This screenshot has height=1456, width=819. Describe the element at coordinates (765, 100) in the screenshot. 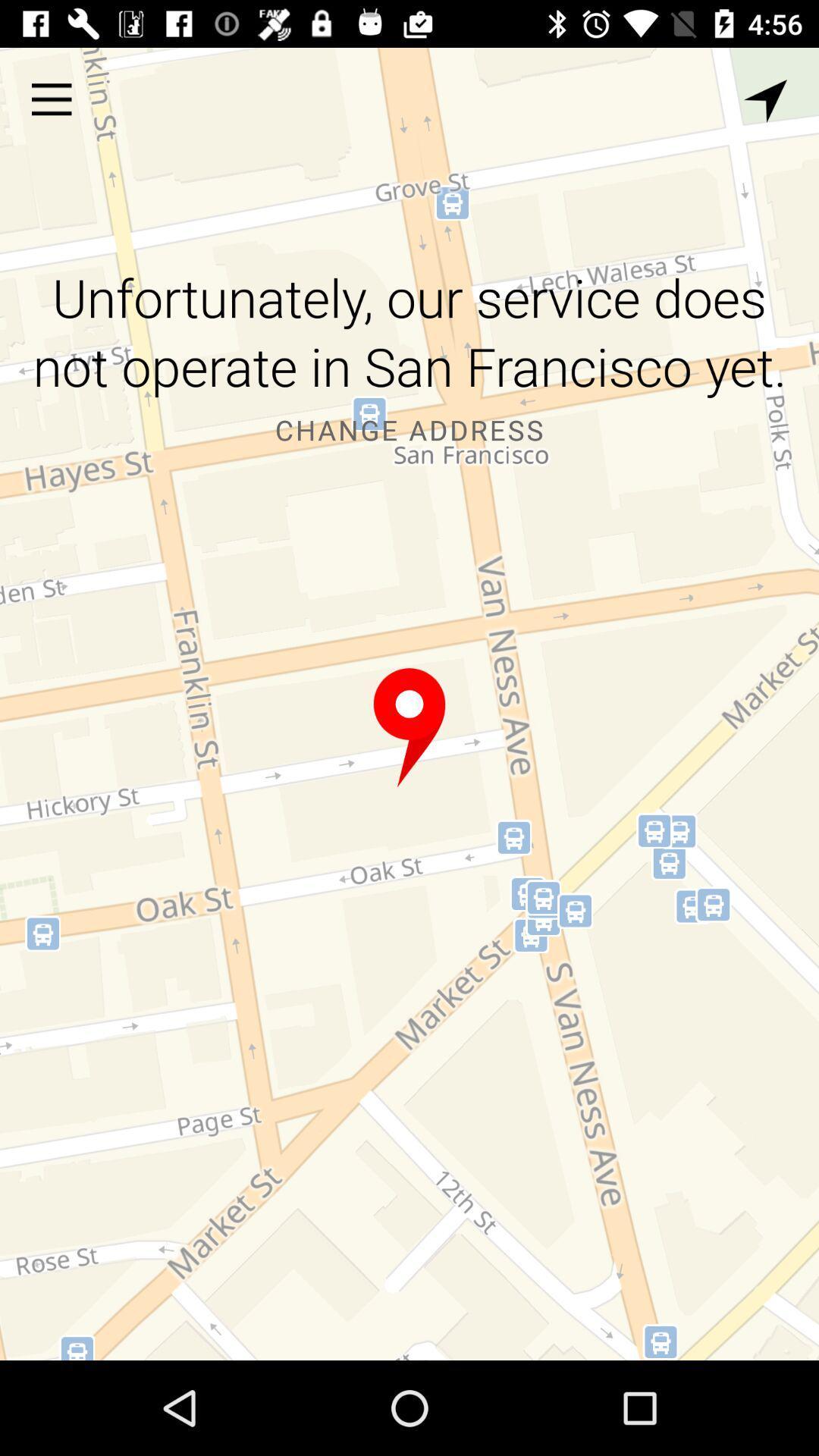

I see `find current location` at that location.